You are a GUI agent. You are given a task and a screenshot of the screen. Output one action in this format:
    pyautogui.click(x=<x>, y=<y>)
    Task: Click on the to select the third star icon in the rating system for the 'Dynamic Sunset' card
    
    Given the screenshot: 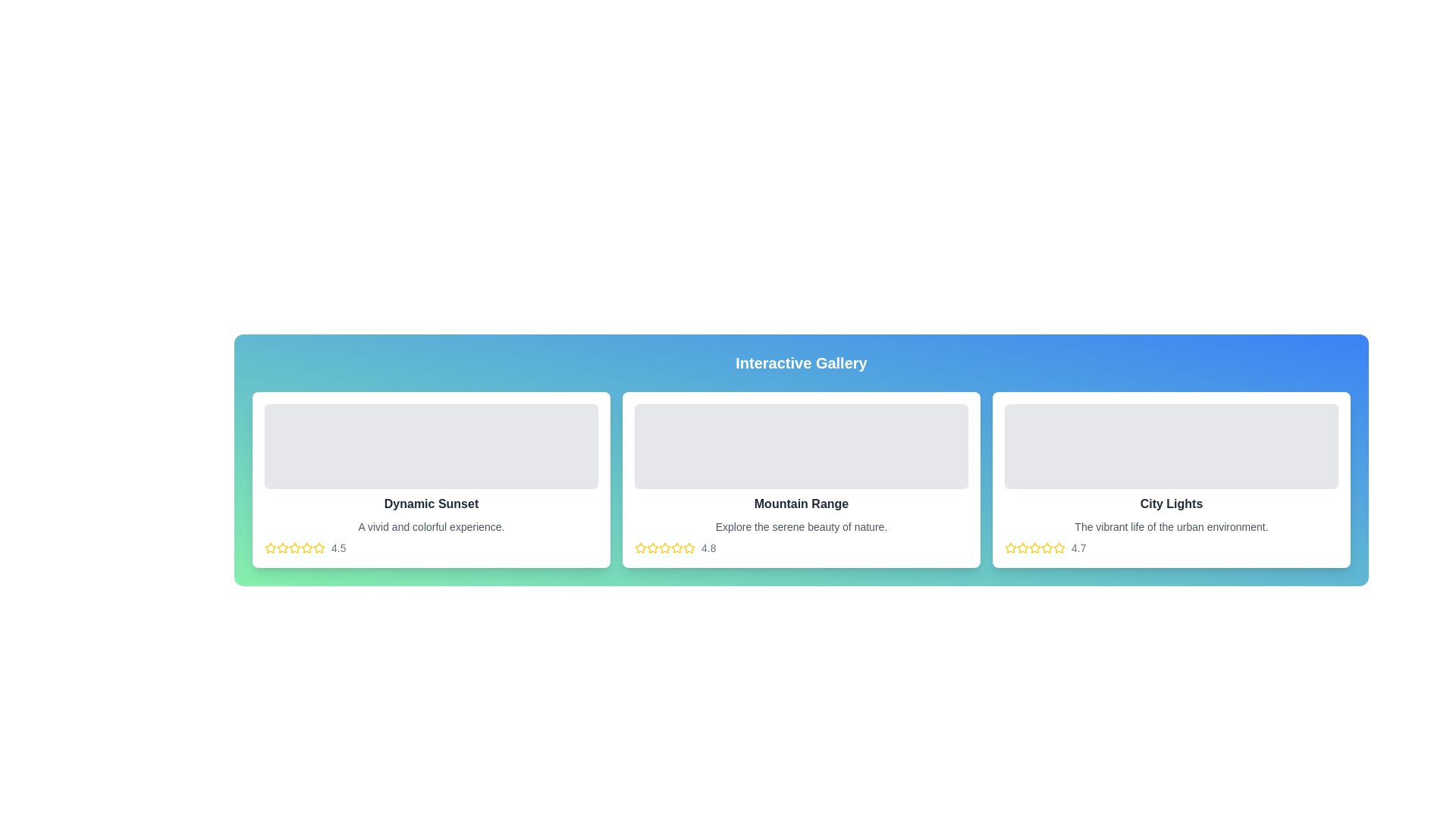 What is the action you would take?
    pyautogui.click(x=306, y=548)
    